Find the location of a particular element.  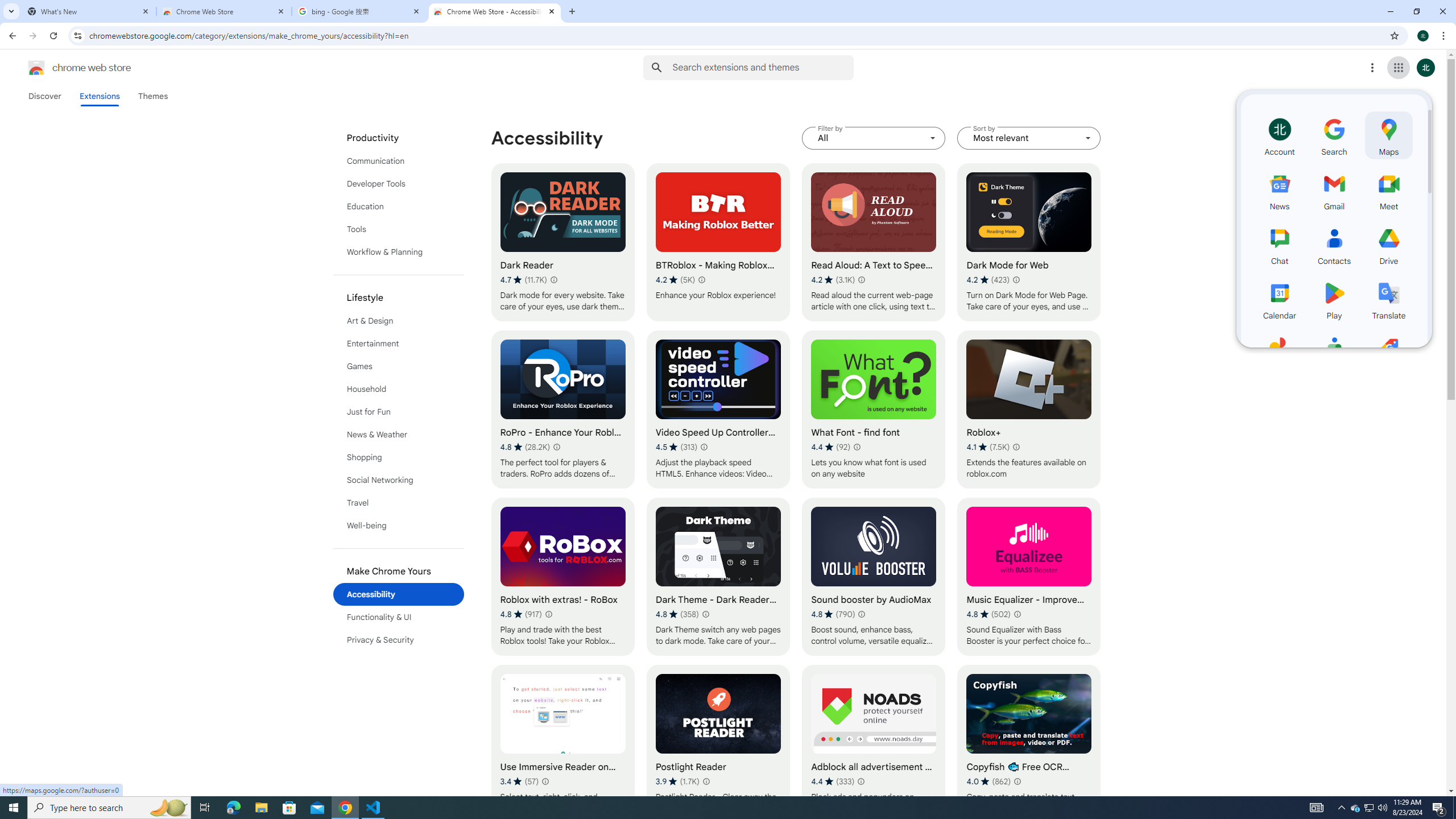

'Social Networking' is located at coordinates (399, 479).